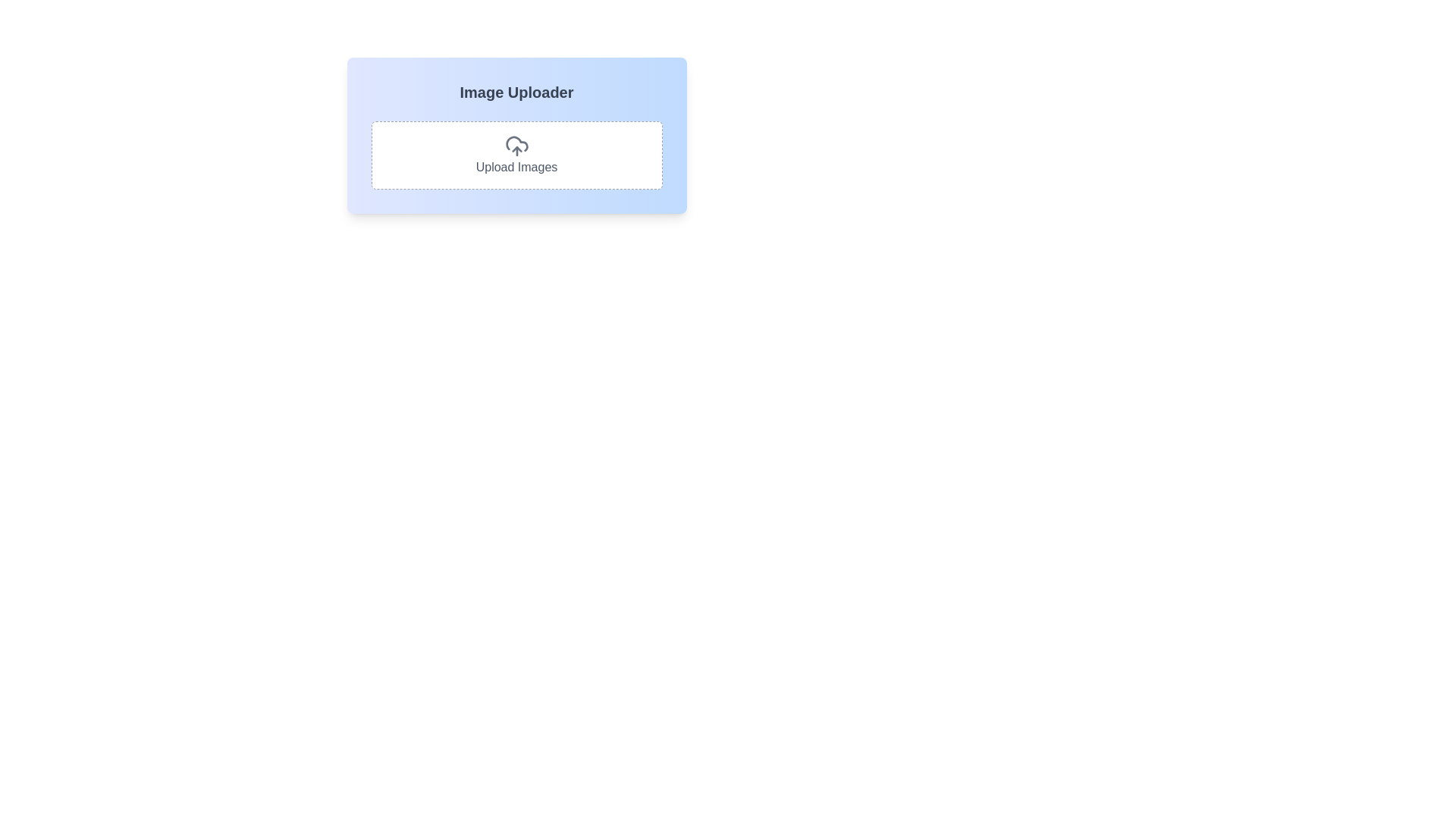 The width and height of the screenshot is (1456, 819). Describe the element at coordinates (516, 167) in the screenshot. I see `the text label displaying 'Upload Images' located below the cloud upload icon in the upload images frame` at that location.